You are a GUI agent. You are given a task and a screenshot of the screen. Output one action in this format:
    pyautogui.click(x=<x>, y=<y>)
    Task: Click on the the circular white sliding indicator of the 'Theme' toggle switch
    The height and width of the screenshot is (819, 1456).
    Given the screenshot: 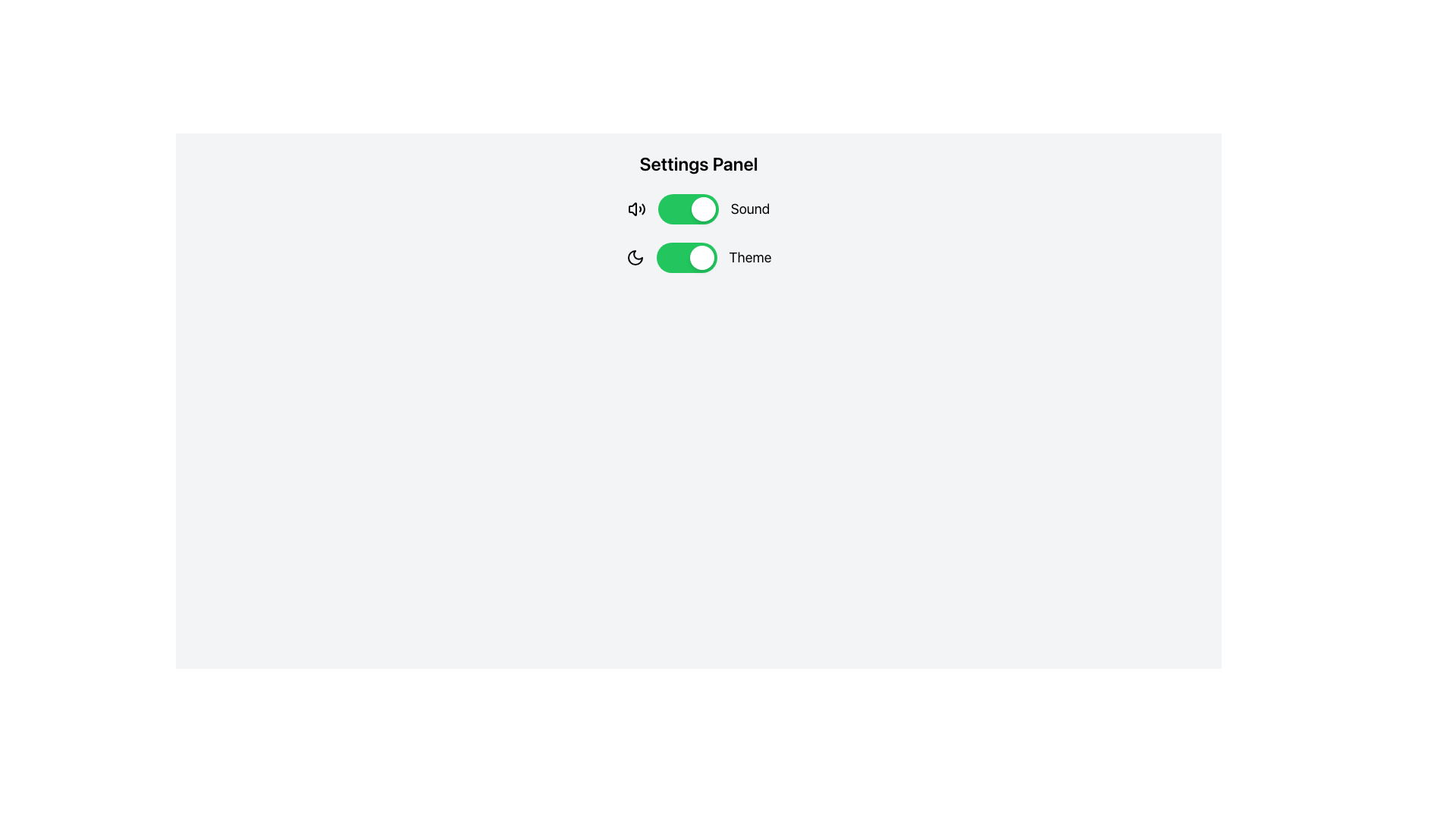 What is the action you would take?
    pyautogui.click(x=648, y=256)
    